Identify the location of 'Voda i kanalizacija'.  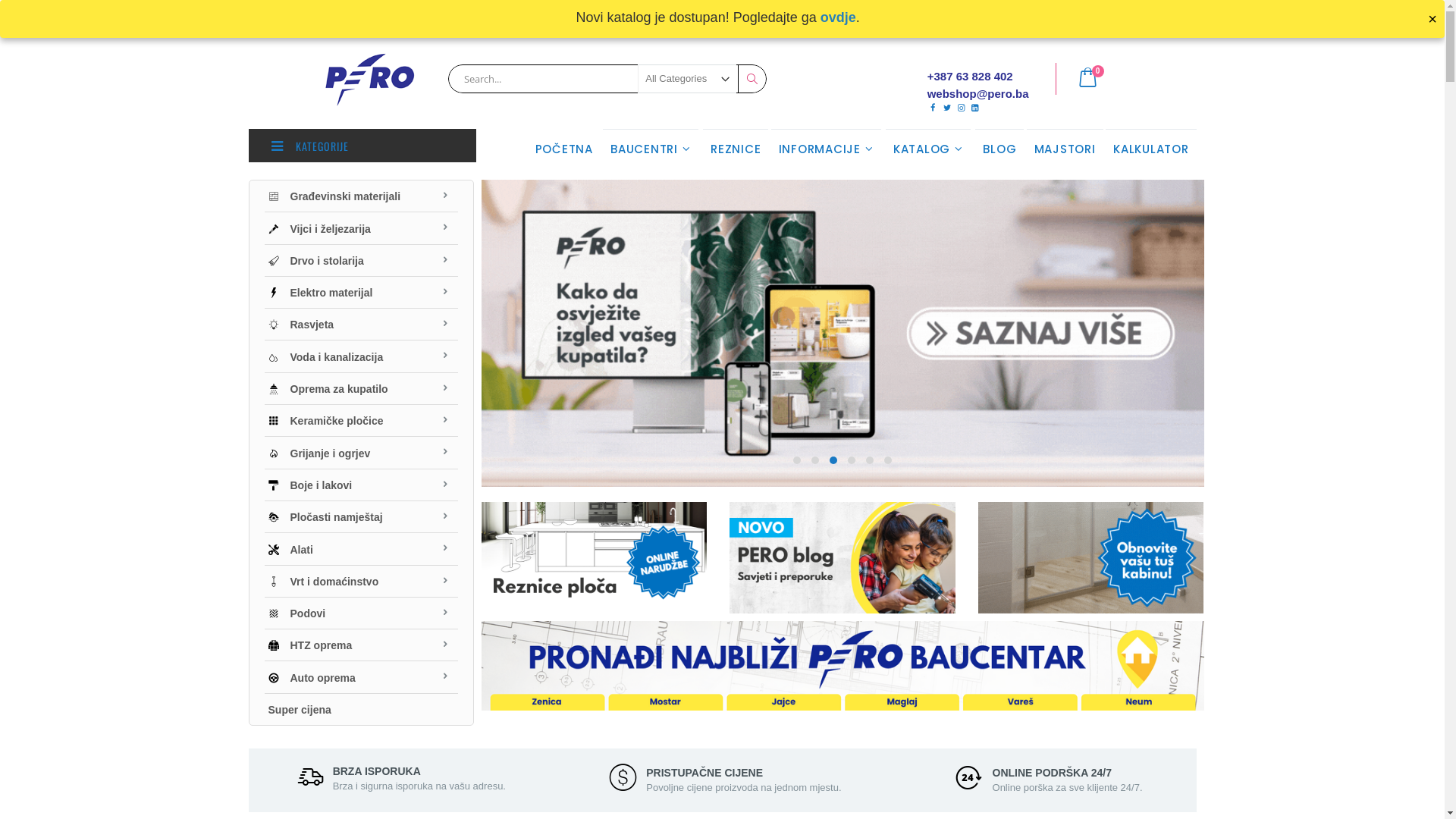
(359, 356).